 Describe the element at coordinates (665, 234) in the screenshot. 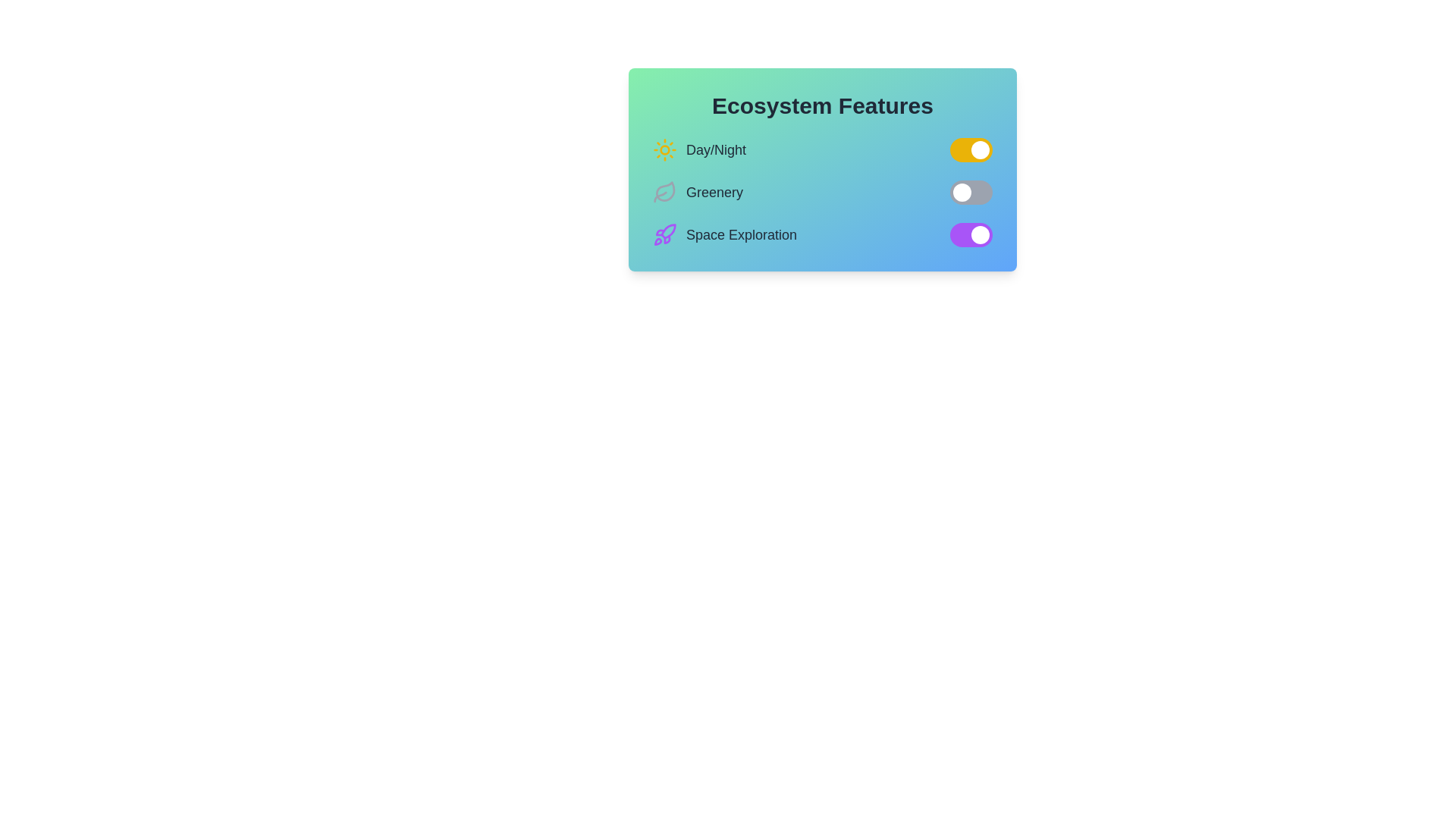

I see `the rocket icon with a purple stroke that is located next to the text 'Space Exploration' in the lower part of the interface` at that location.